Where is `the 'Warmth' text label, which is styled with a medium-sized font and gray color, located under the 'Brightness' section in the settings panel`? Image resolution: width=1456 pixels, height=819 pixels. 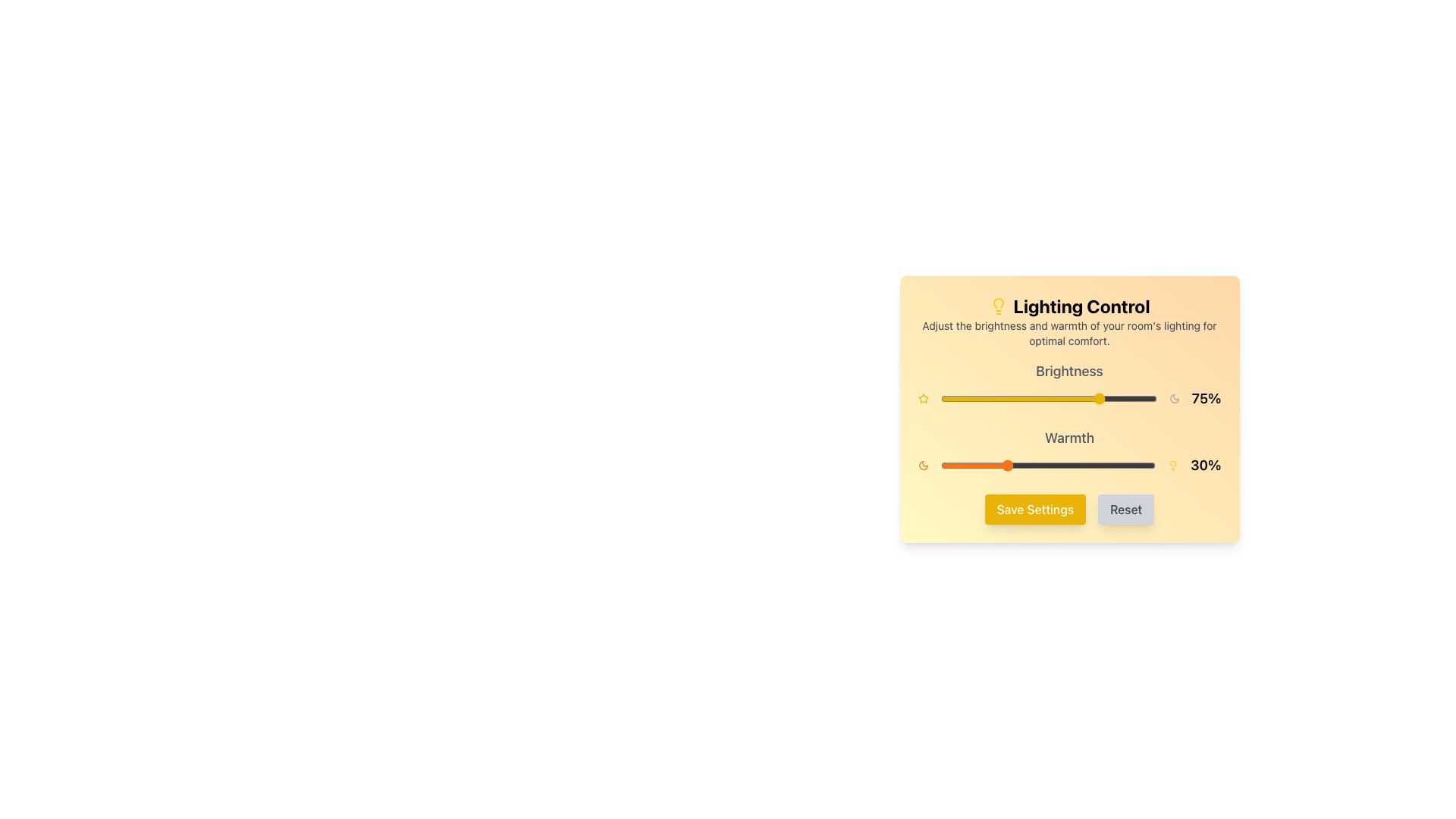
the 'Warmth' text label, which is styled with a medium-sized font and gray color, located under the 'Brightness' section in the settings panel is located at coordinates (1068, 438).